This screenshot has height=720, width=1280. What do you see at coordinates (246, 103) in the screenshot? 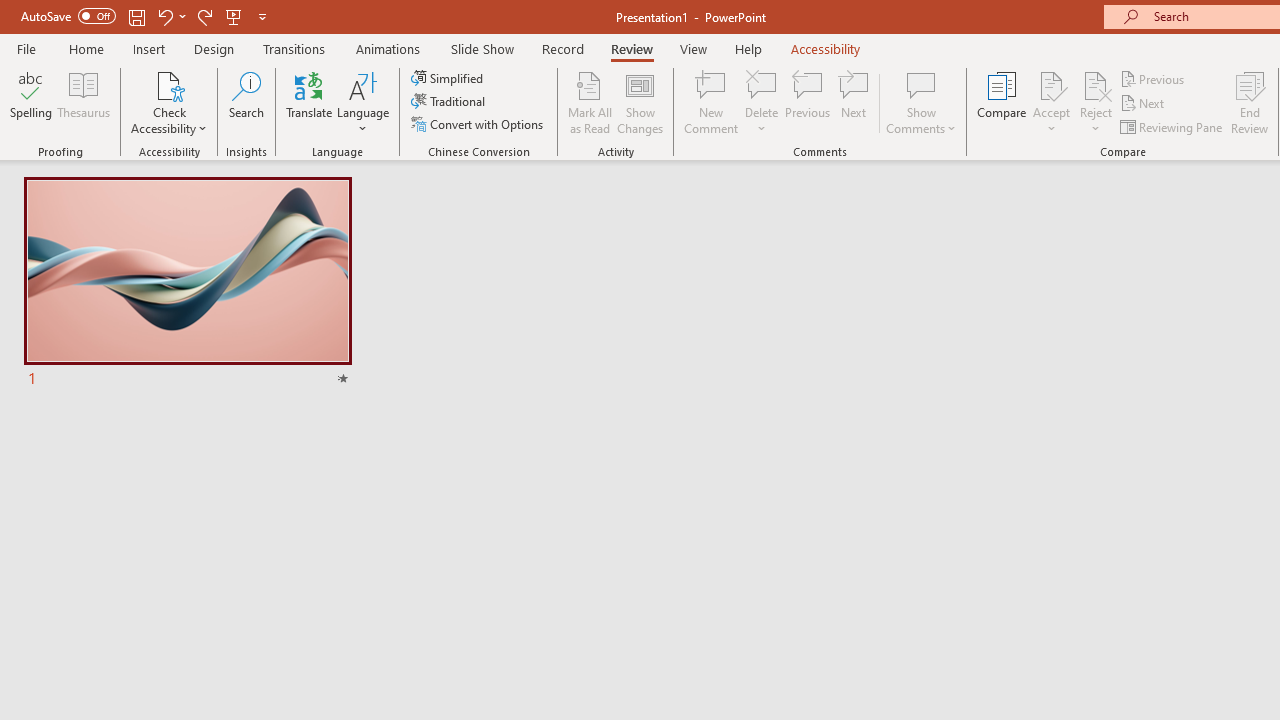
I see `'Search'` at bounding box center [246, 103].